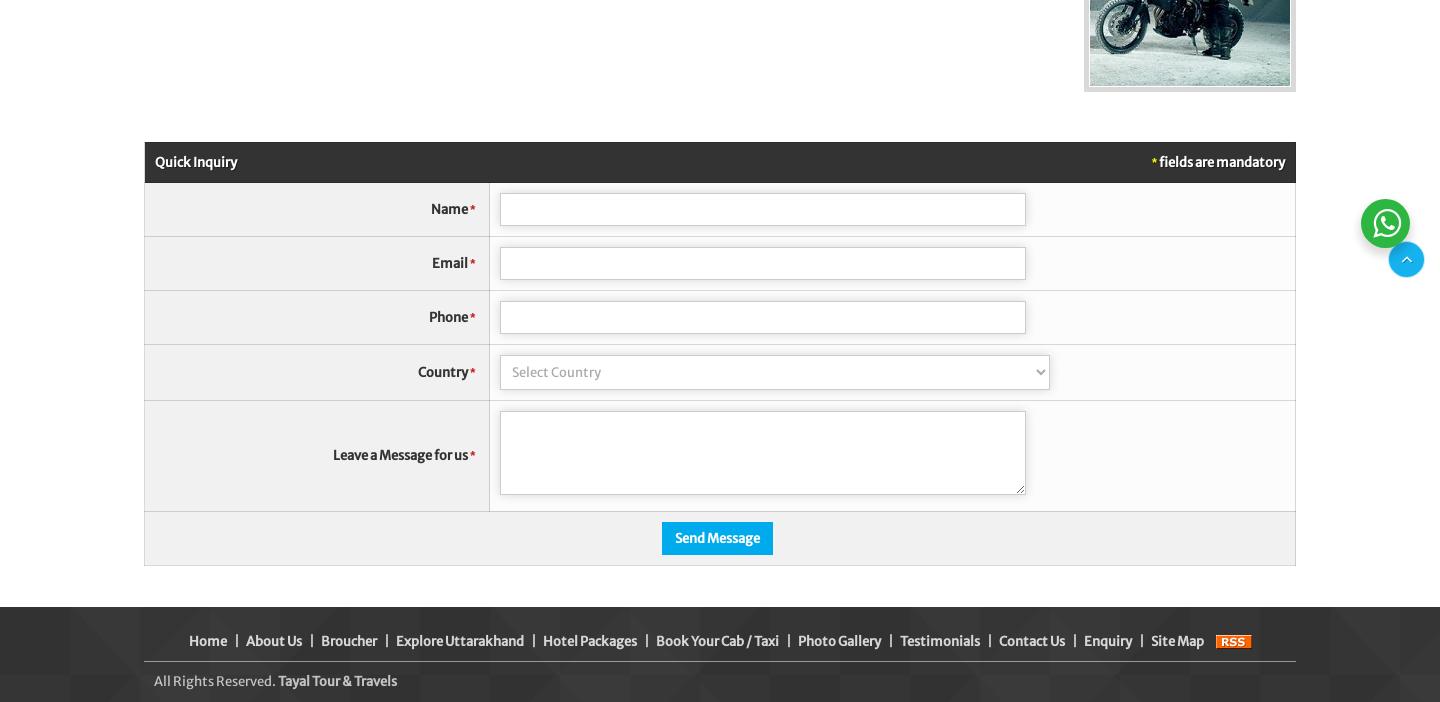  What do you see at coordinates (939, 640) in the screenshot?
I see `'Testimonials'` at bounding box center [939, 640].